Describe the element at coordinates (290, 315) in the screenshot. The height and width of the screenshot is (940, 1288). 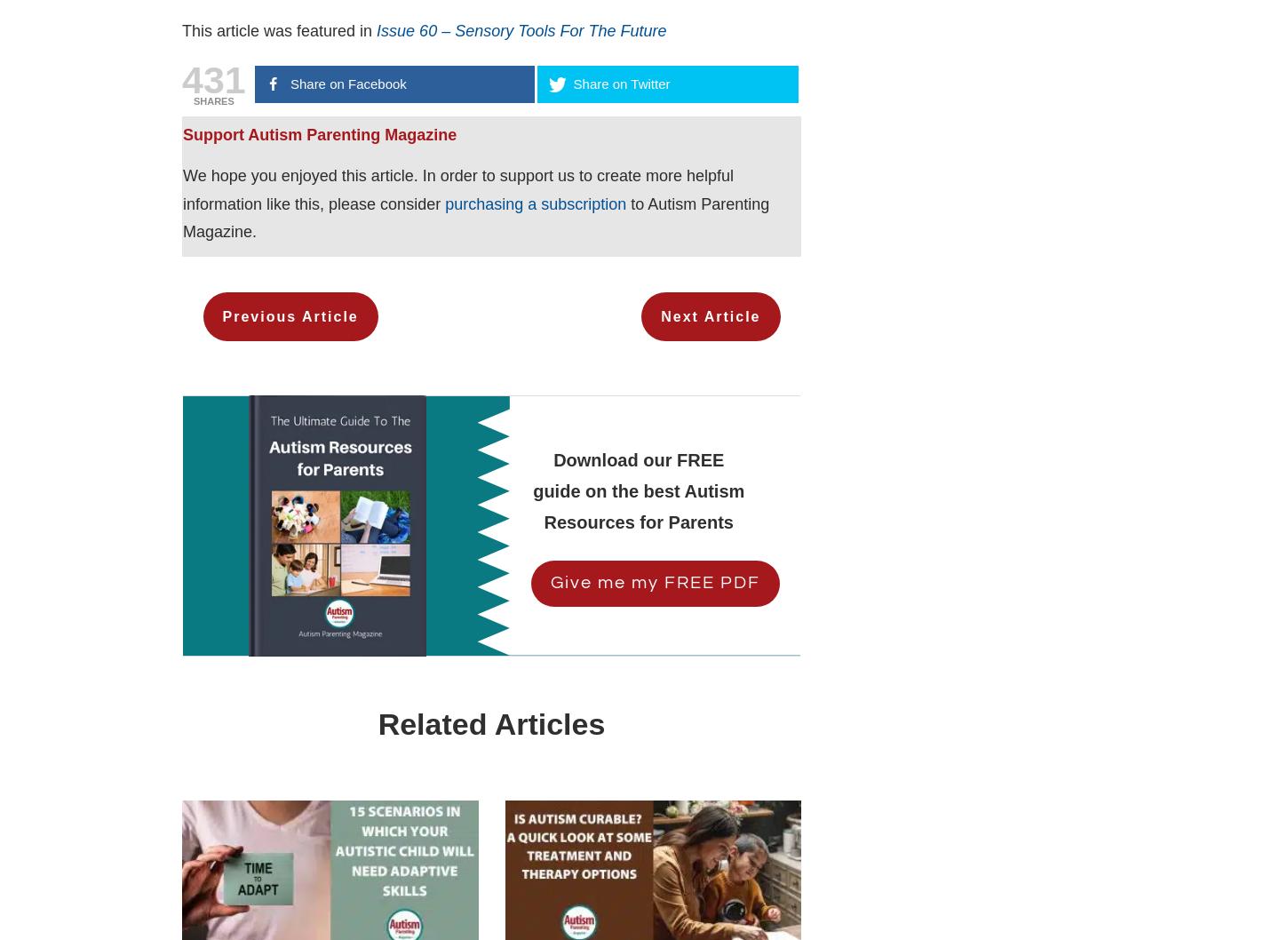
I see `'Previous Article'` at that location.